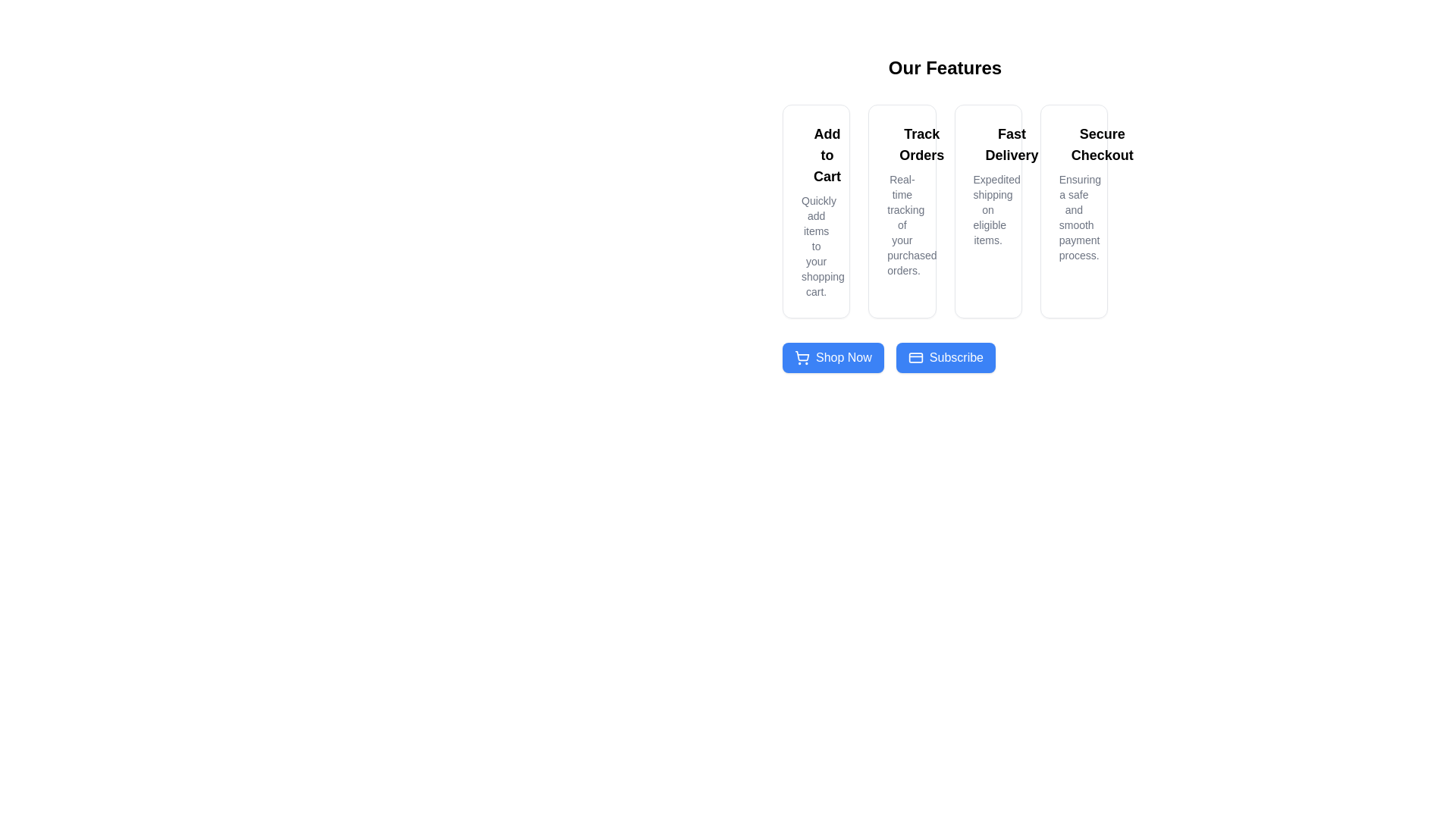 This screenshot has height=819, width=1456. I want to click on the 'Secure Checkout' label with an icon, which is located in the fourth feature card under the 'Our Features' section, so click(1073, 145).